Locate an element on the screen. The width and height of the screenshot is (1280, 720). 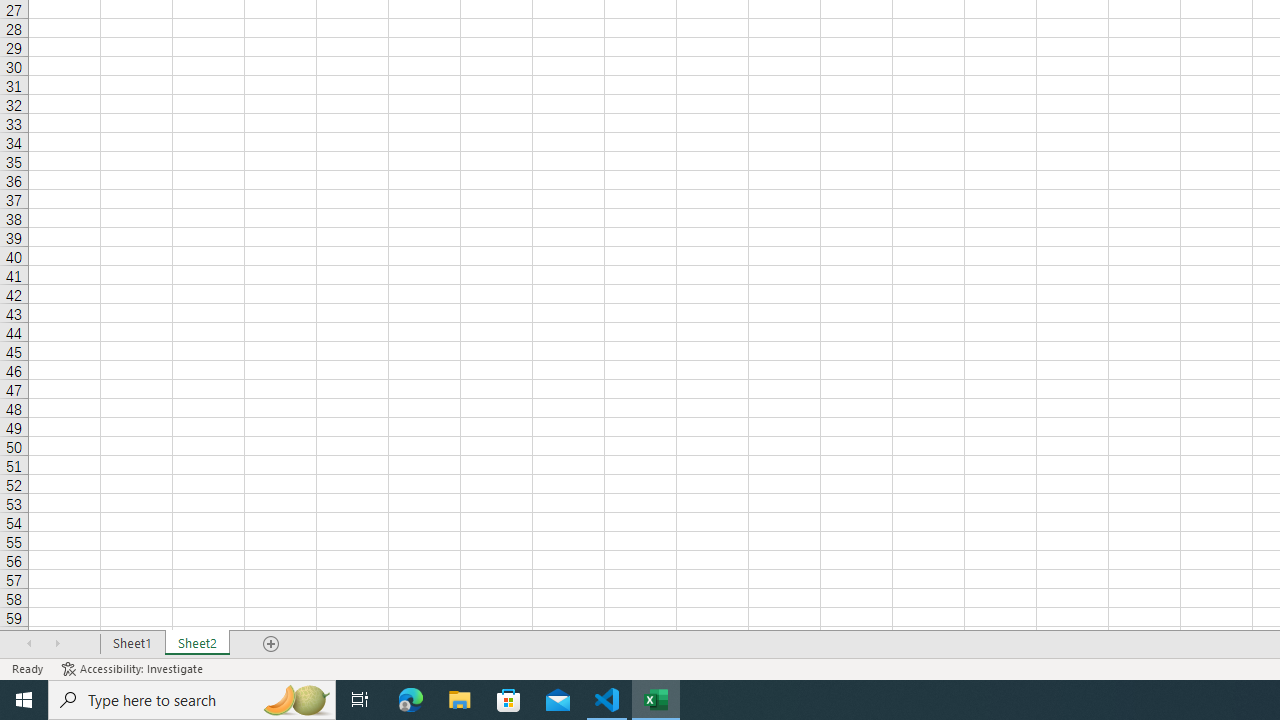
'Scroll Left' is located at coordinates (29, 644).